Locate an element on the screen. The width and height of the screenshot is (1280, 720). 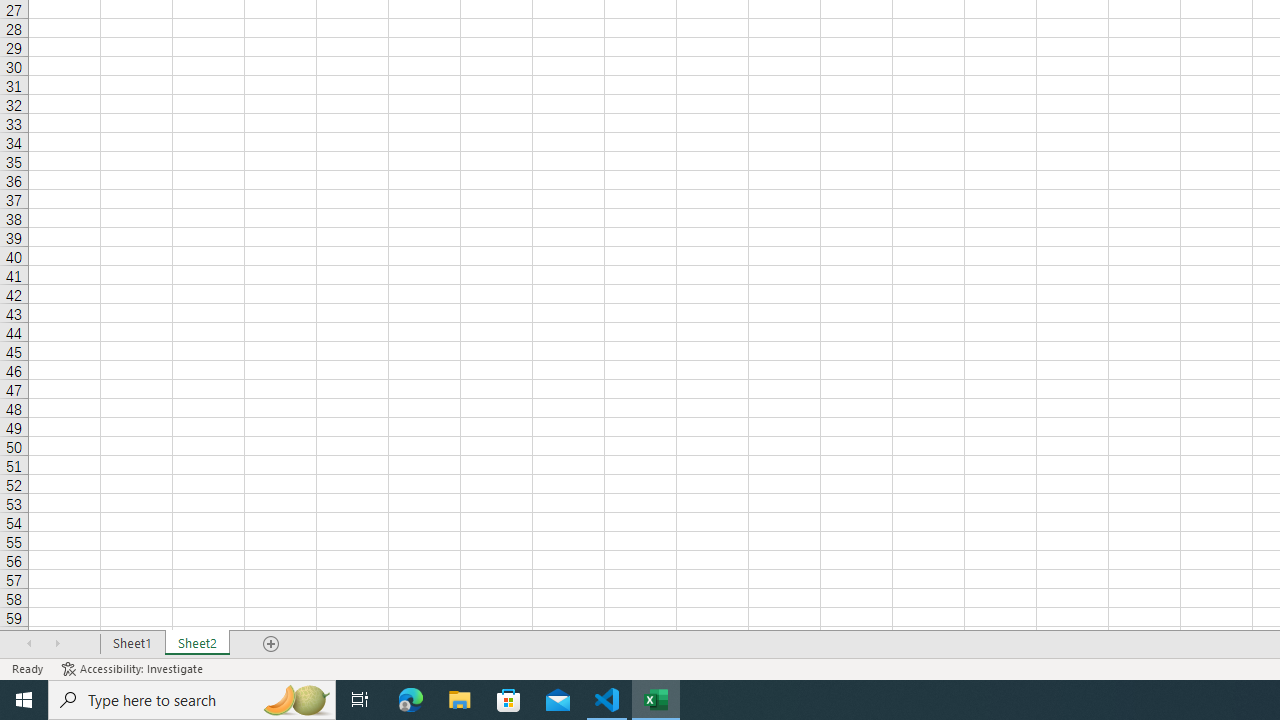
'Scroll Left' is located at coordinates (29, 644).